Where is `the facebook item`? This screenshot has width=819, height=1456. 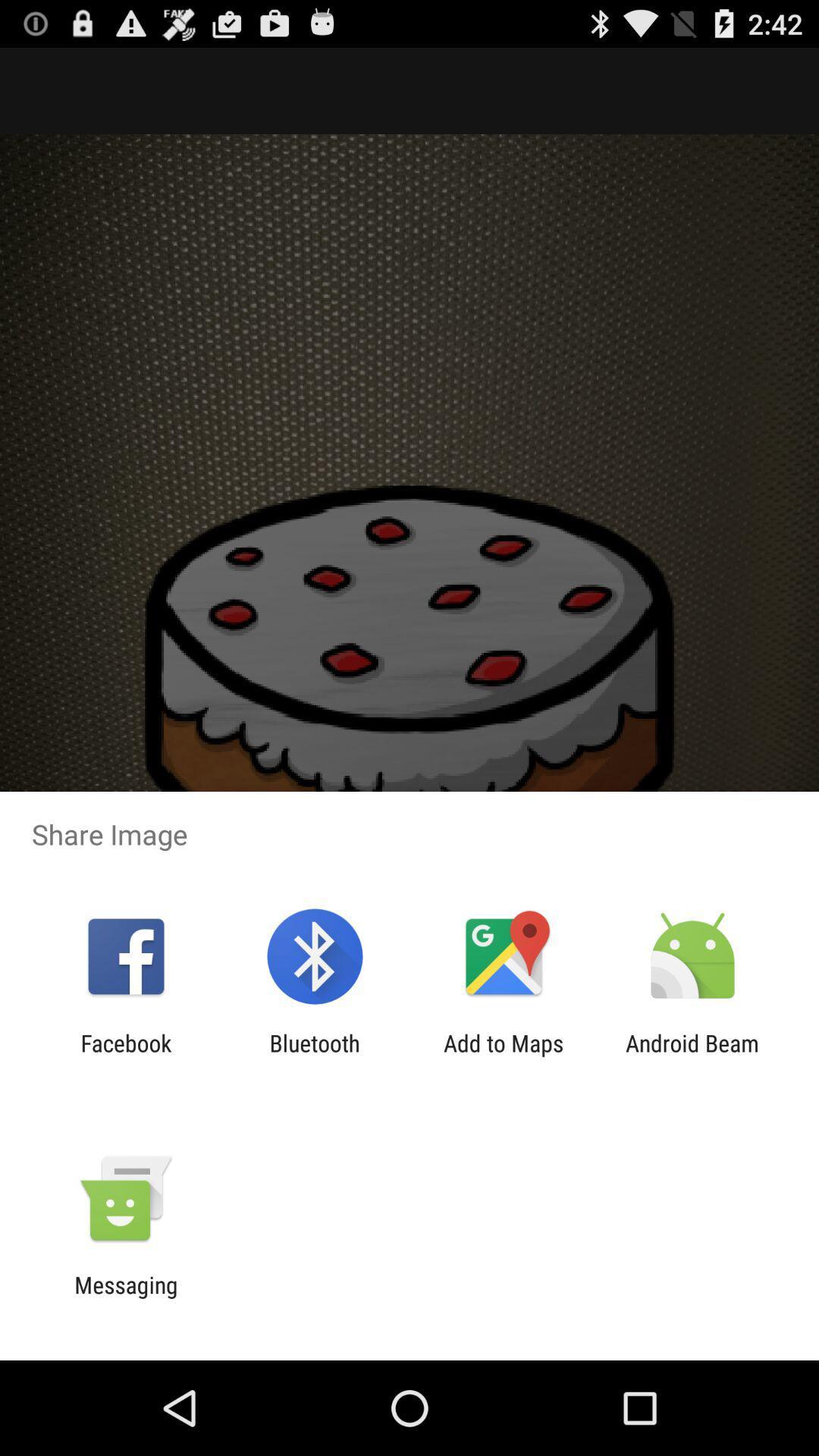 the facebook item is located at coordinates (125, 1056).